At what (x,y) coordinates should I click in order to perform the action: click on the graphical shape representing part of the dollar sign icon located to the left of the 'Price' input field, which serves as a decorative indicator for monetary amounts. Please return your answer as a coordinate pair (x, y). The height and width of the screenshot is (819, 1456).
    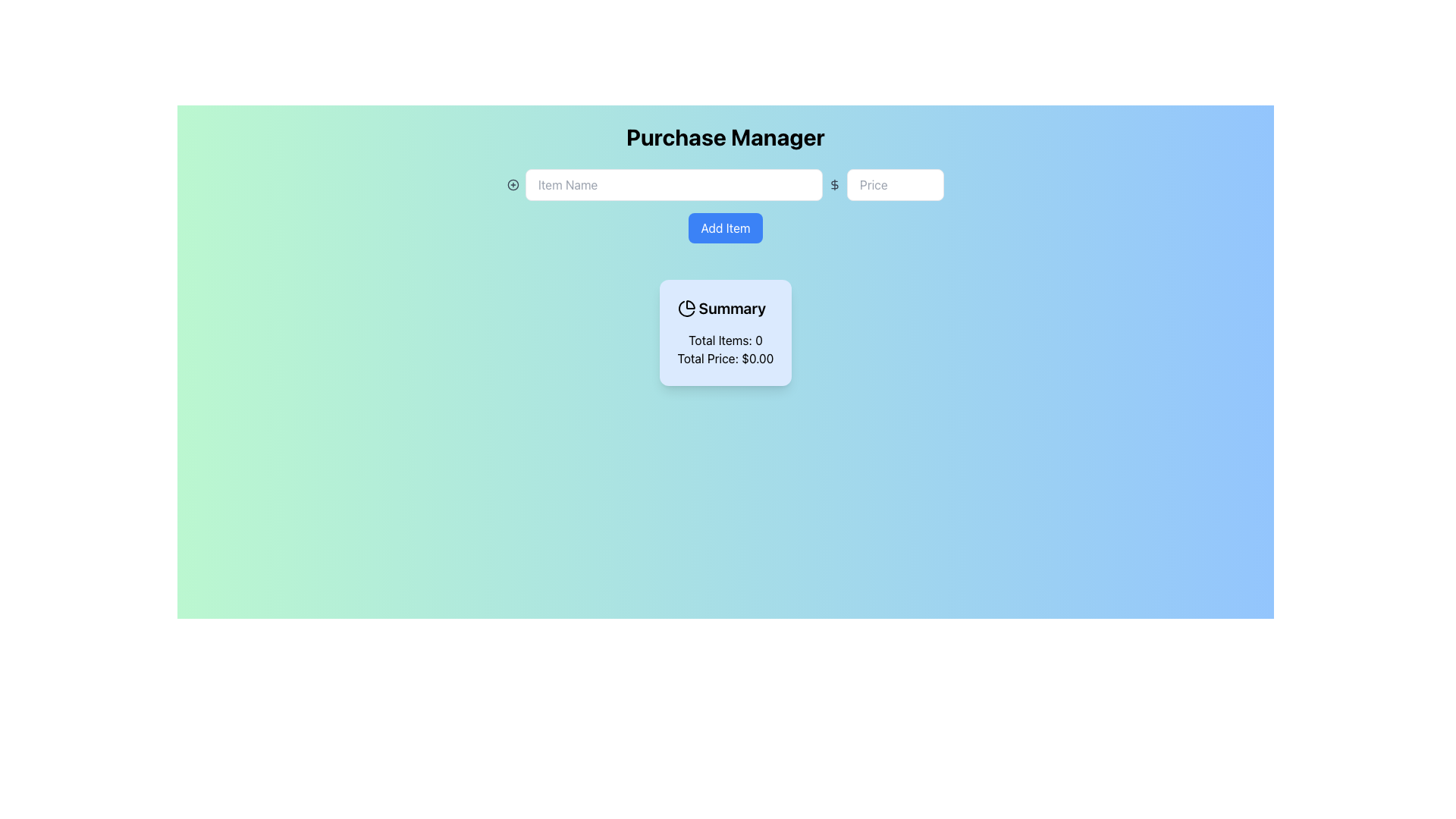
    Looking at the image, I should click on (834, 184).